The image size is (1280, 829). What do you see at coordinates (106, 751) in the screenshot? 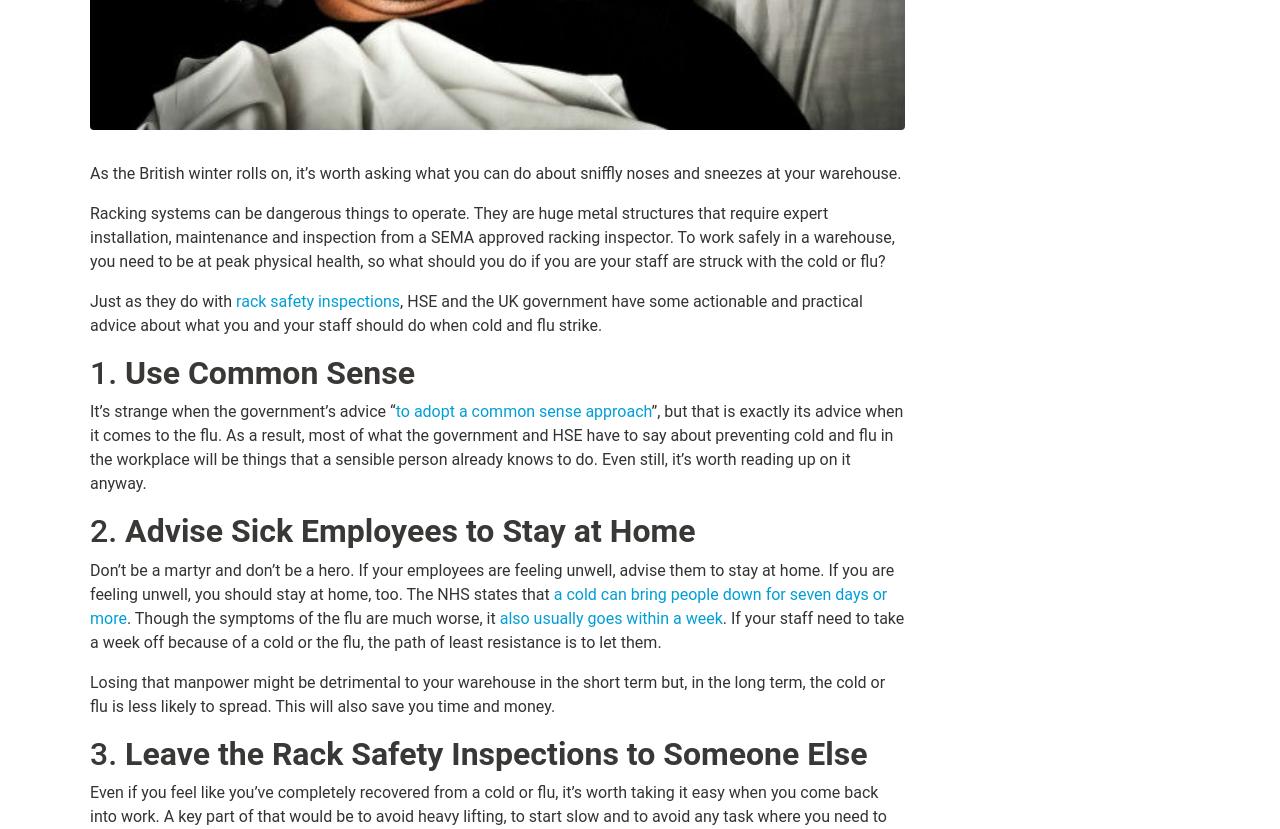
I see `'3.'` at bounding box center [106, 751].